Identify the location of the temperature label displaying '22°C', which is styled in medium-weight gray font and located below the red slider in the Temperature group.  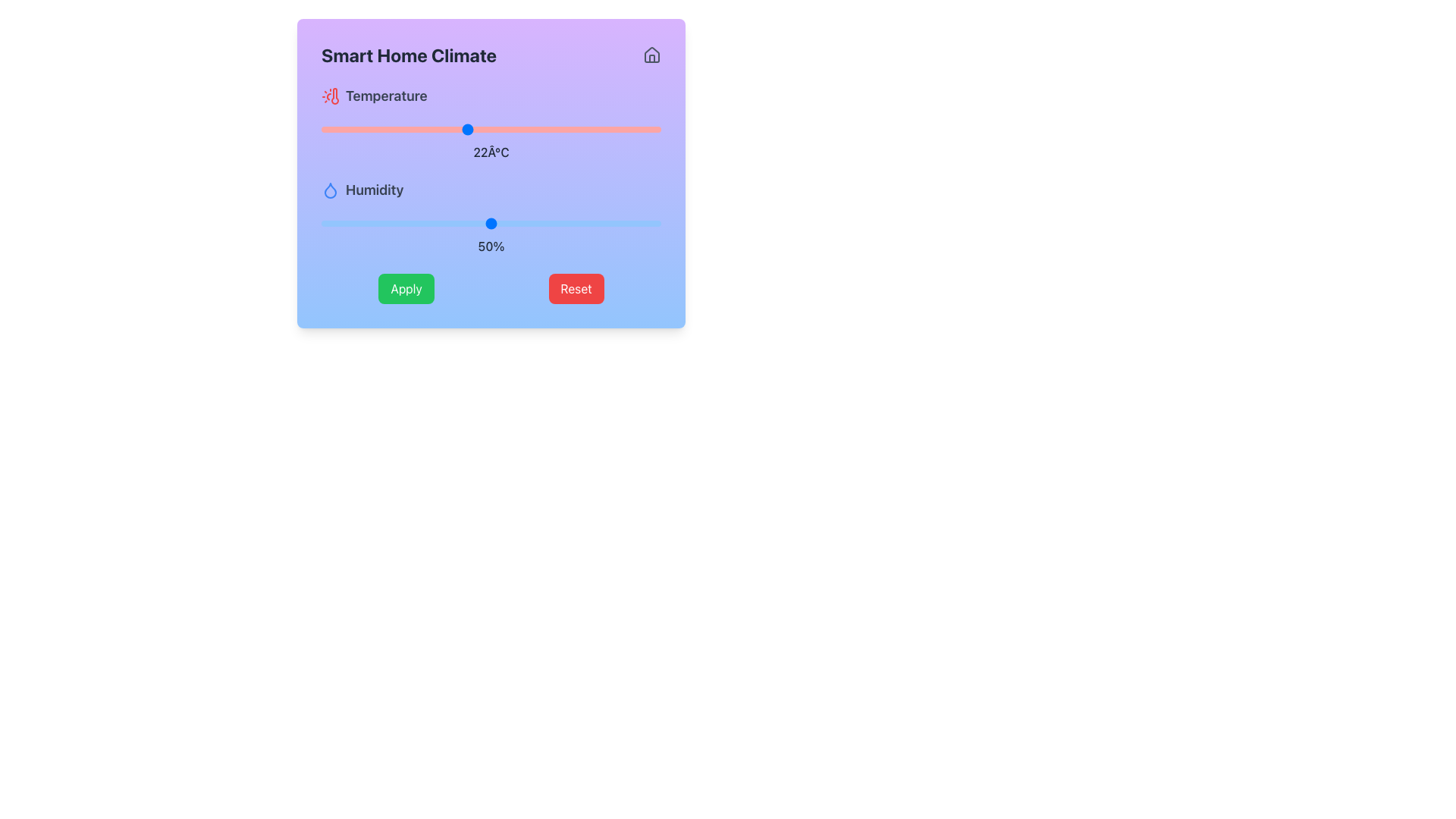
(491, 152).